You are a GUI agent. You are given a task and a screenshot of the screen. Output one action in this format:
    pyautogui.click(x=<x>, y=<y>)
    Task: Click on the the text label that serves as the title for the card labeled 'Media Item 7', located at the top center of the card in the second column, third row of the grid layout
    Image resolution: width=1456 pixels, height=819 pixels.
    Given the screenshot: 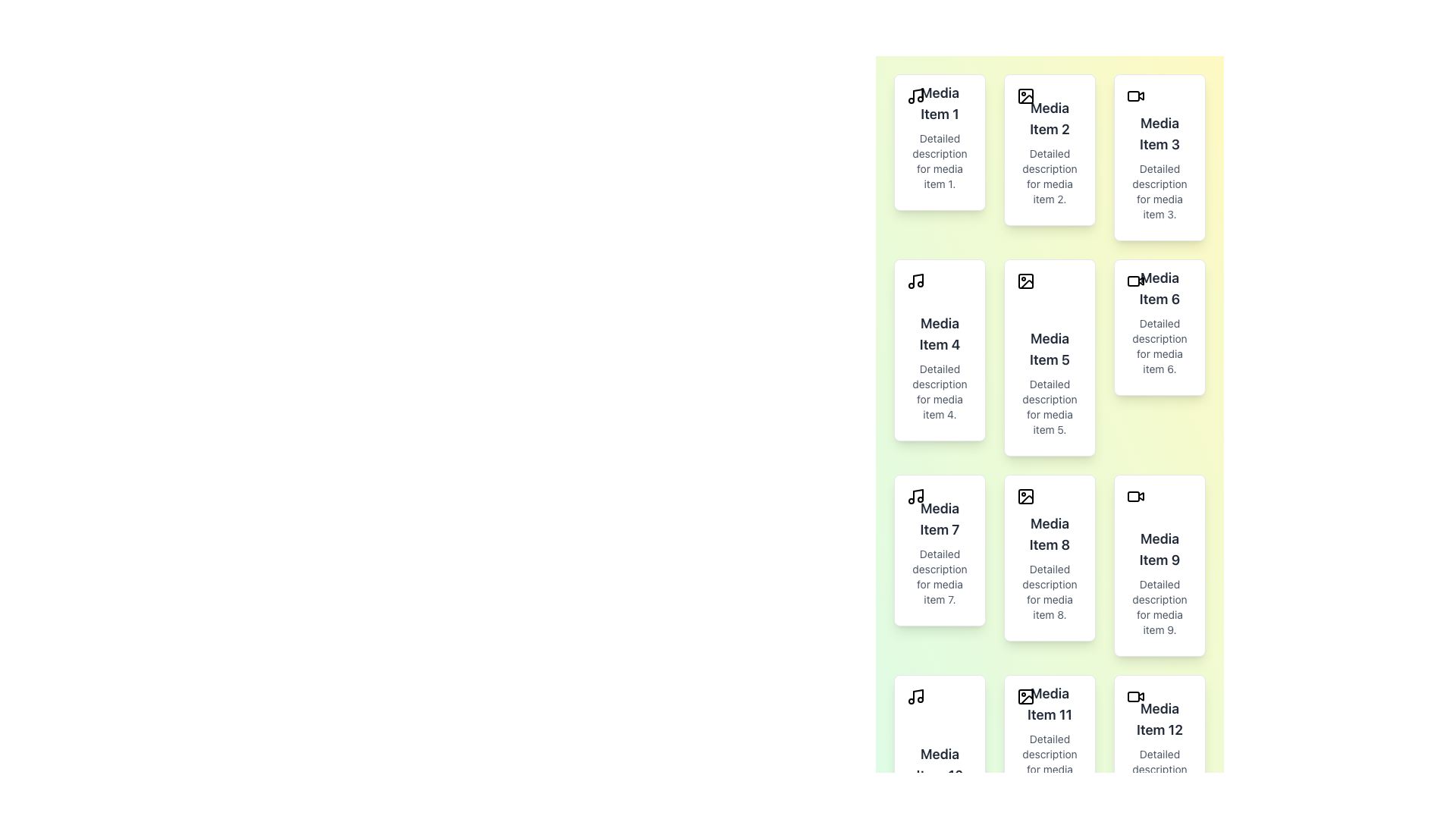 What is the action you would take?
    pyautogui.click(x=939, y=519)
    